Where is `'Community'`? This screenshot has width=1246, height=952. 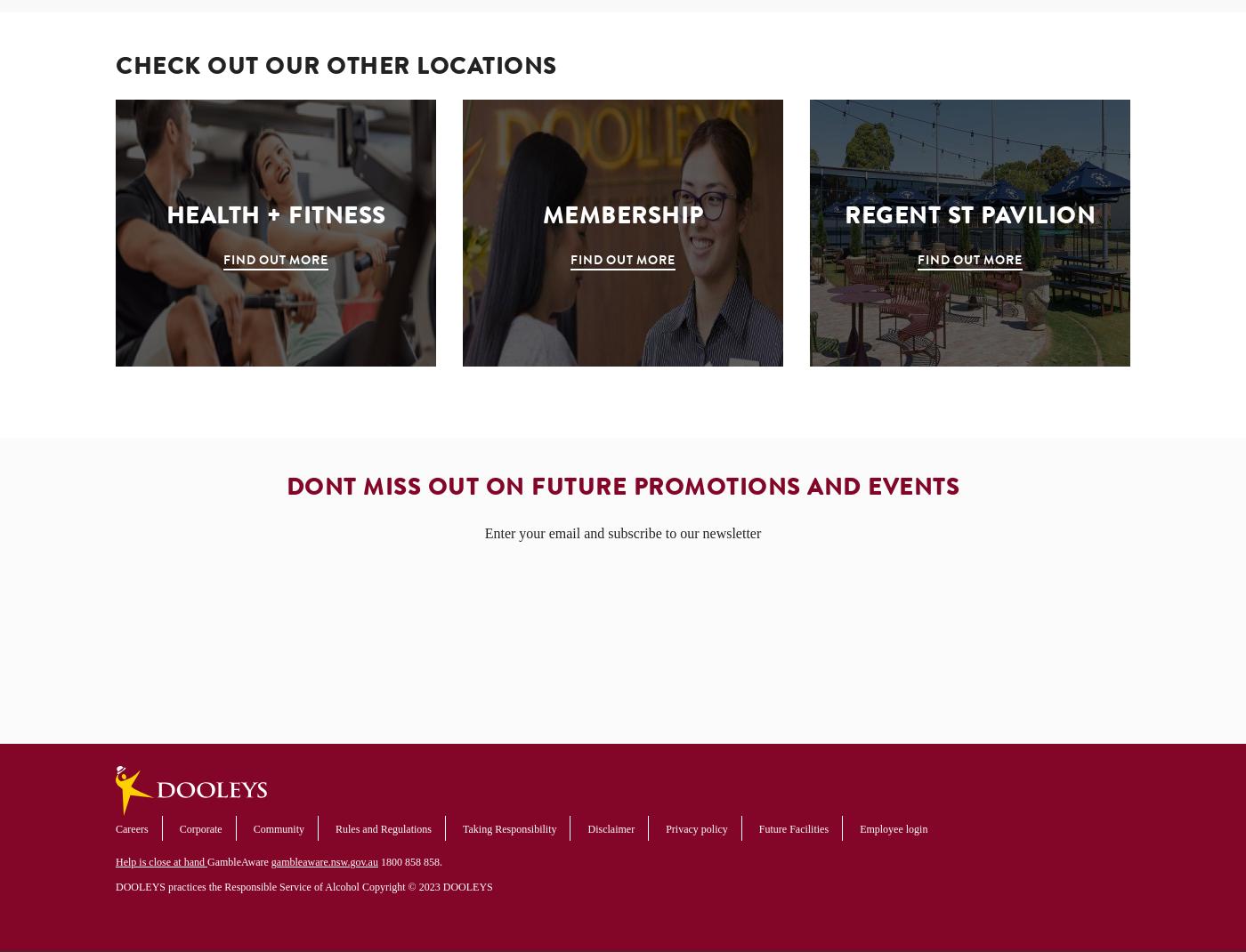
'Community' is located at coordinates (278, 827).